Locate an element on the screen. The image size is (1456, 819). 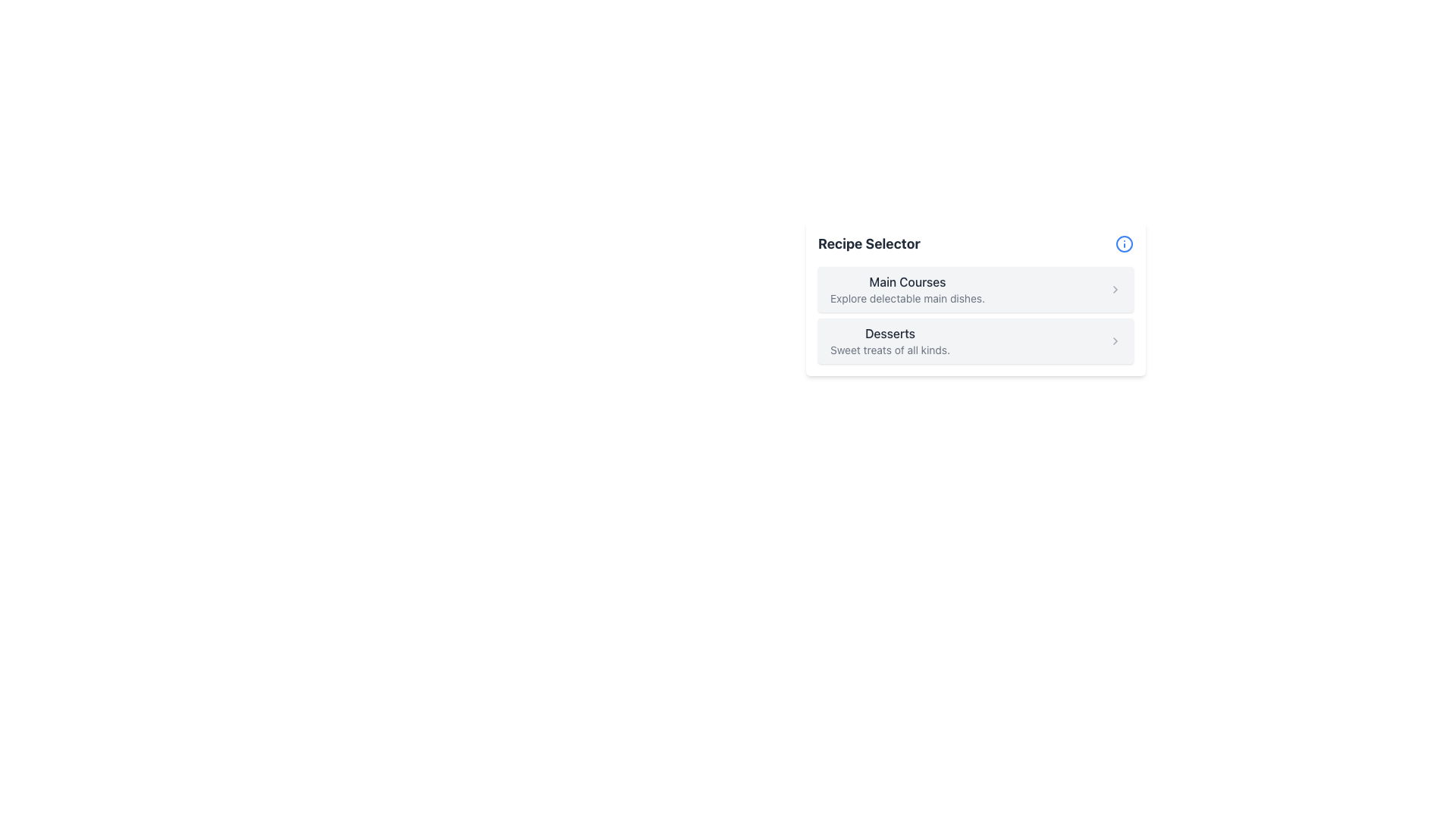
the circular blue Information Icon located in the top-right corner of the 'Recipe Selector' section, adjacent to the title text 'Recipe Selector' is located at coordinates (1125, 243).